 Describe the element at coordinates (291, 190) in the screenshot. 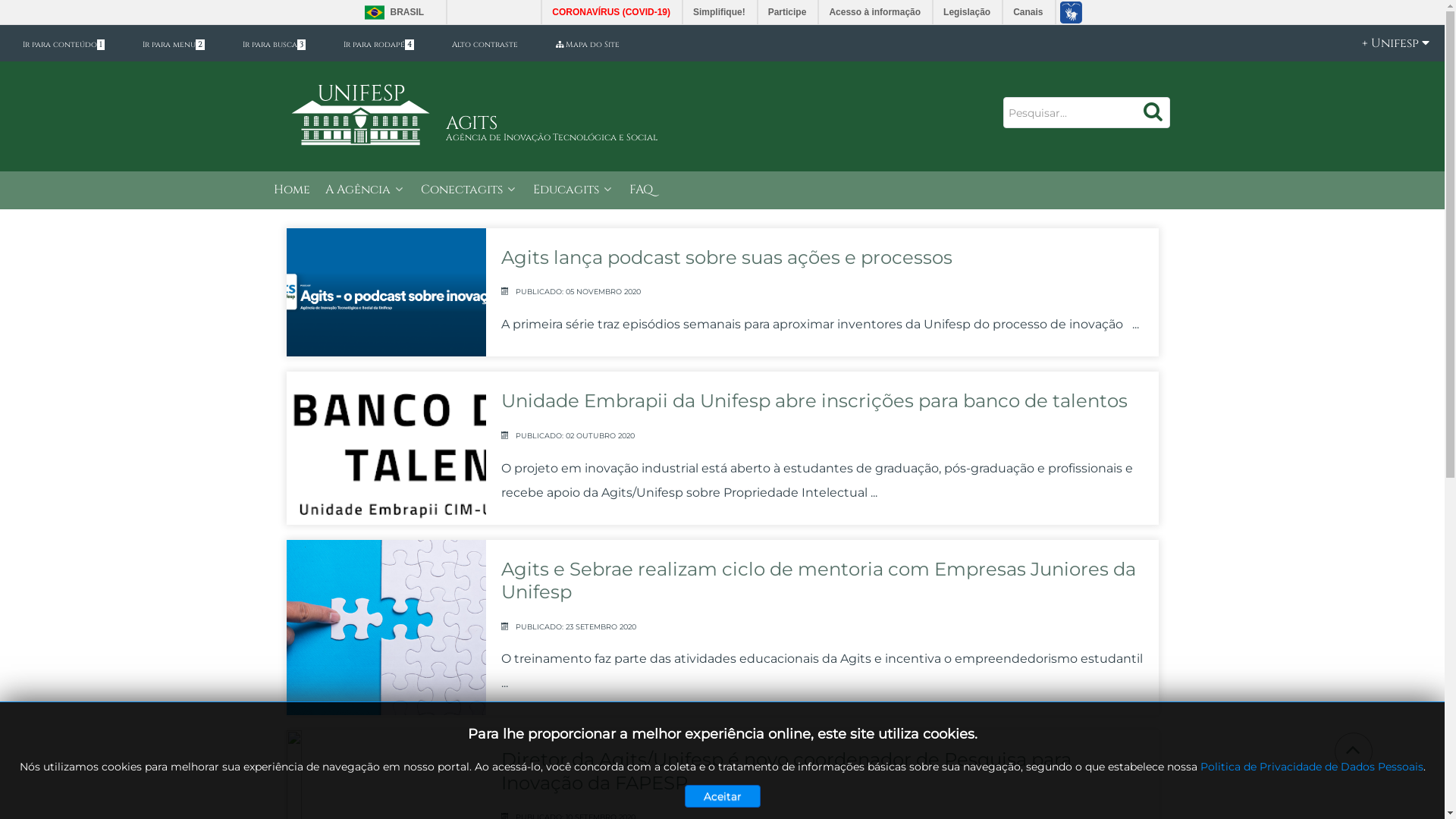

I see `'Home'` at that location.